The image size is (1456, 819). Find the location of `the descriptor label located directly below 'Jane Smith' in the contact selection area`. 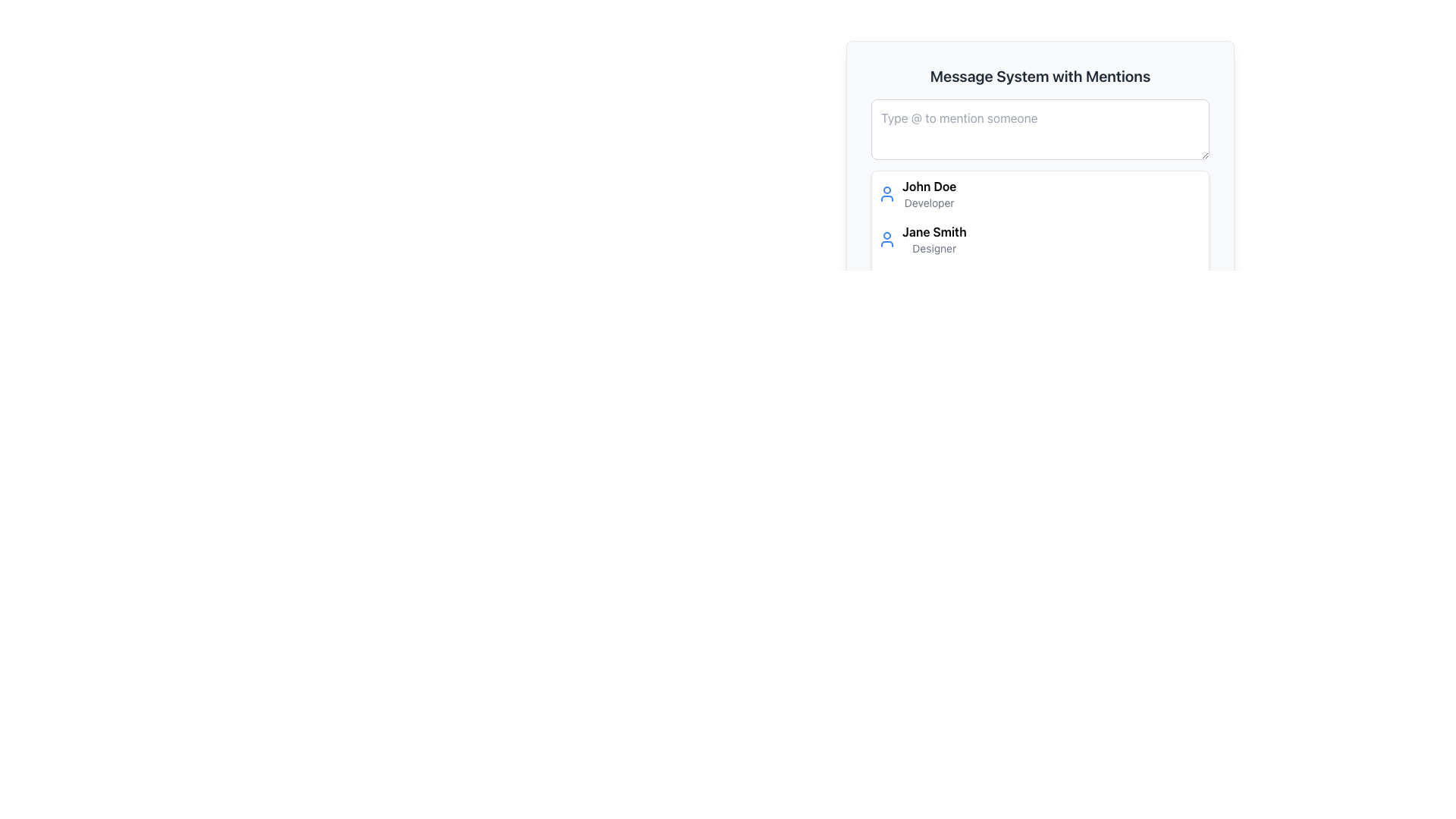

the descriptor label located directly below 'Jane Smith' in the contact selection area is located at coordinates (934, 247).